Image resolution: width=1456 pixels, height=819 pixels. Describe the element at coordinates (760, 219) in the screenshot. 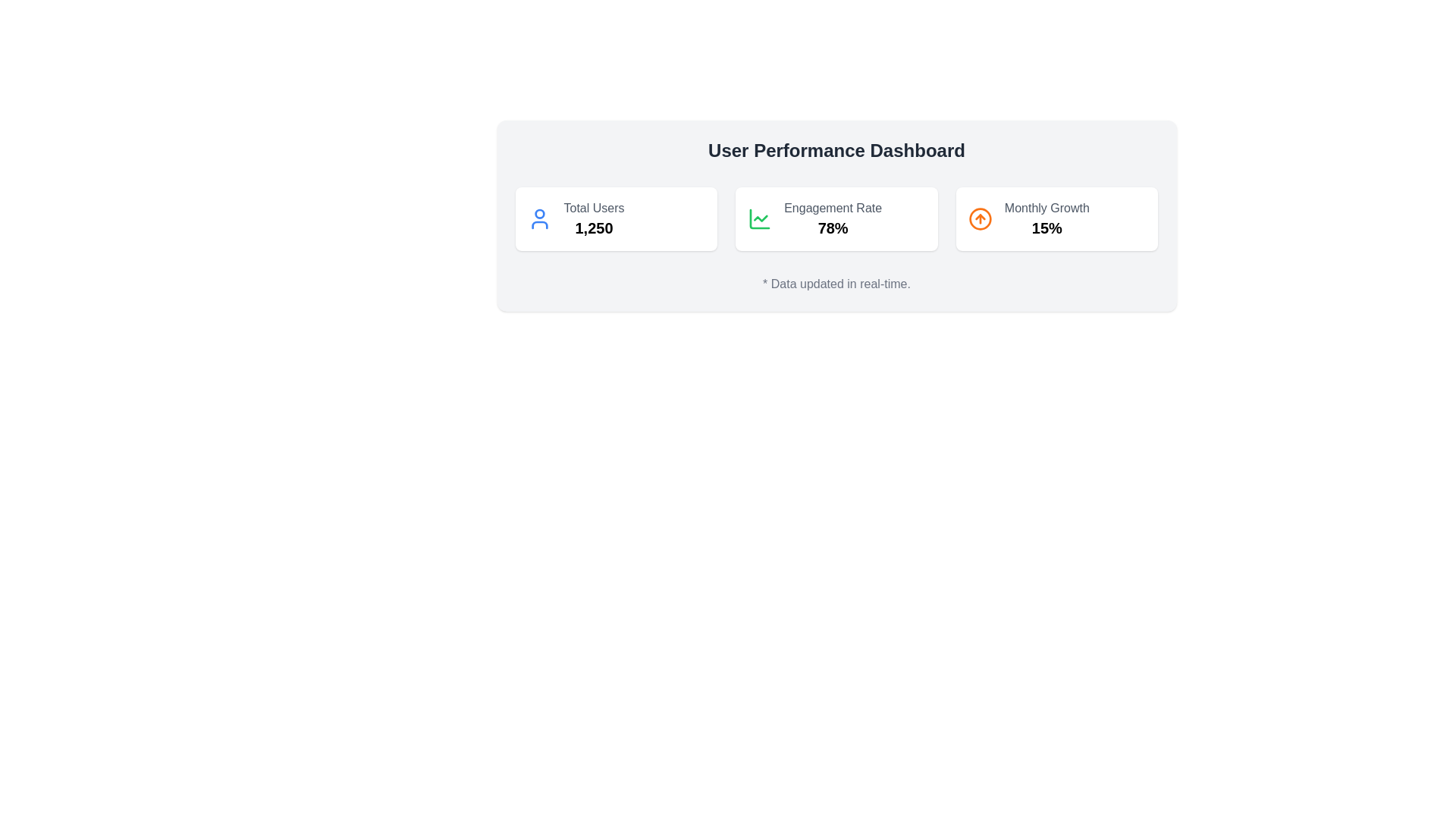

I see `the green line chart icon within the 'Engagement Rate' card, which displays the text 'Engagement Rate' and '78%'` at that location.